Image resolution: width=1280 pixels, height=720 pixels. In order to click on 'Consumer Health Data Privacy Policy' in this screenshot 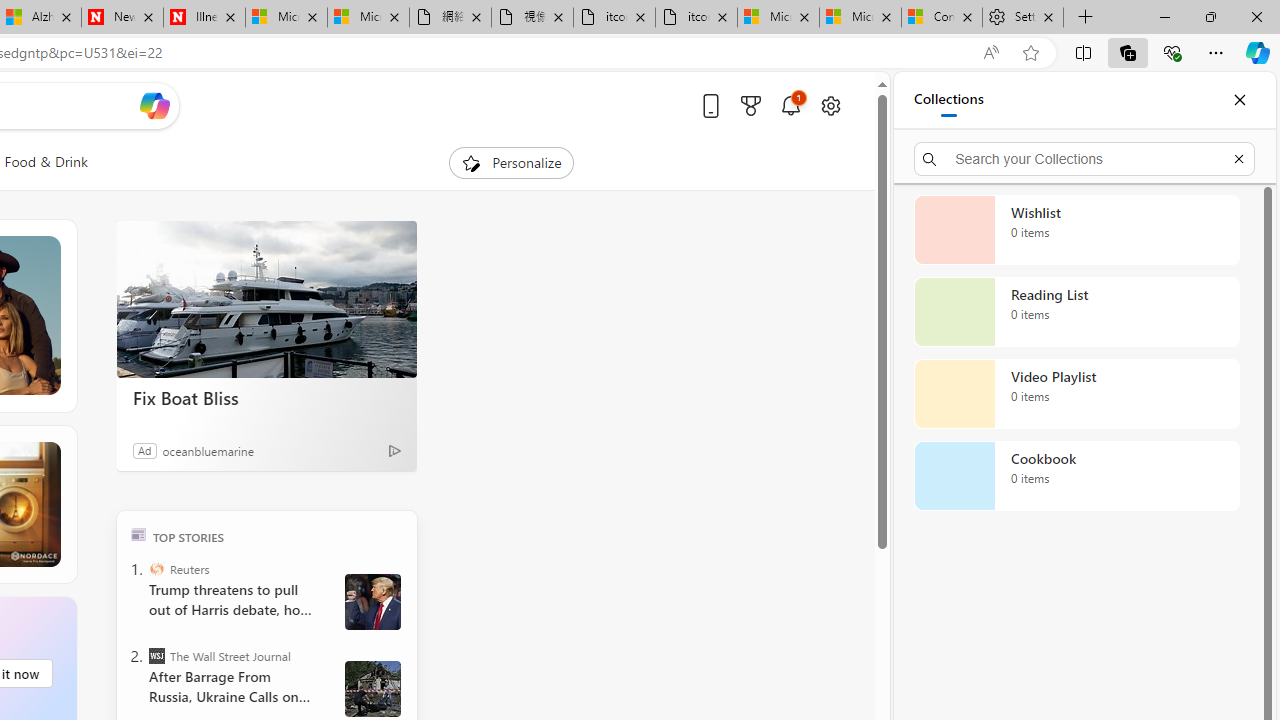, I will do `click(941, 17)`.